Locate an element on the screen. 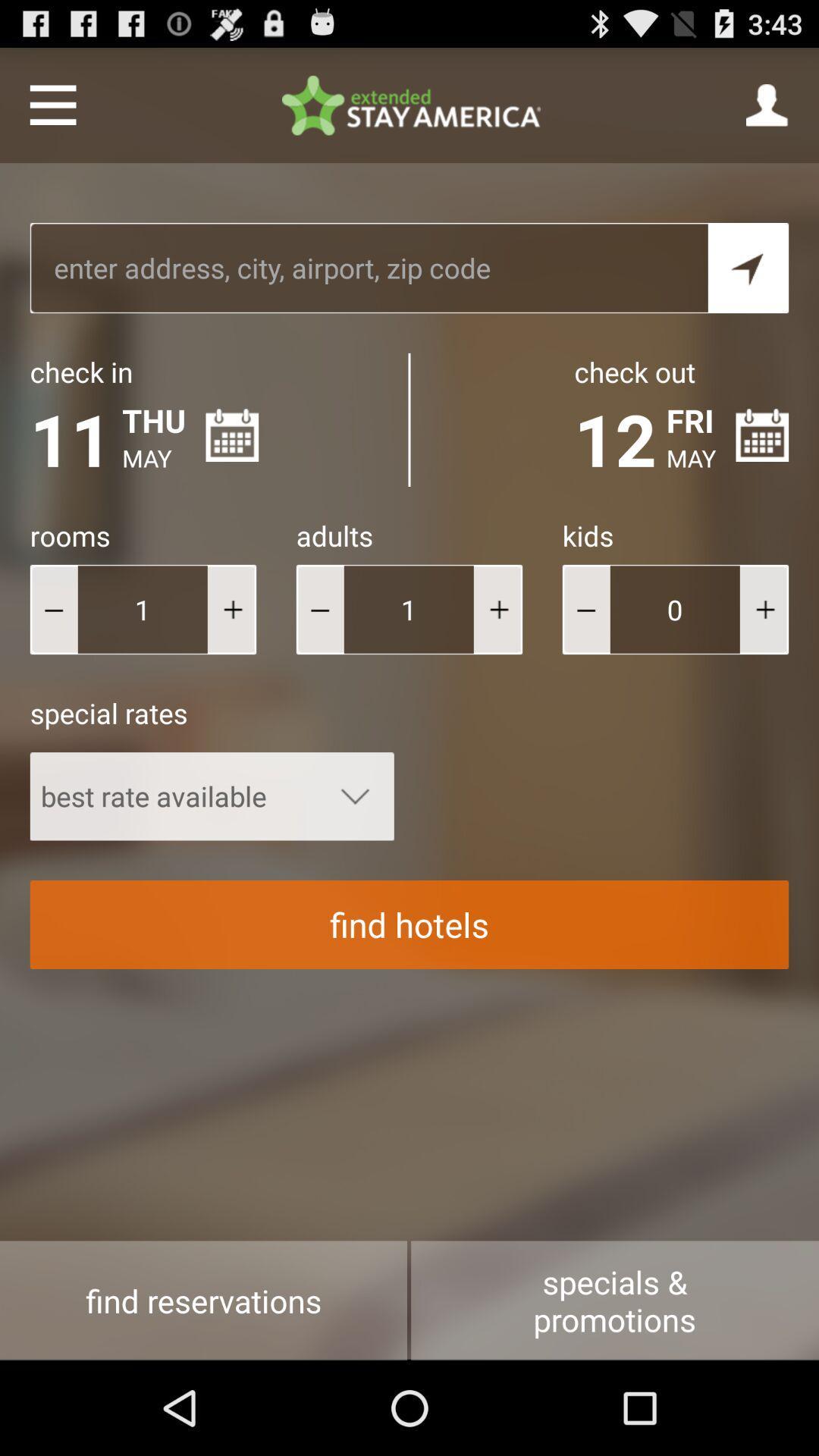 This screenshot has height=1456, width=819. settings is located at coordinates (52, 104).